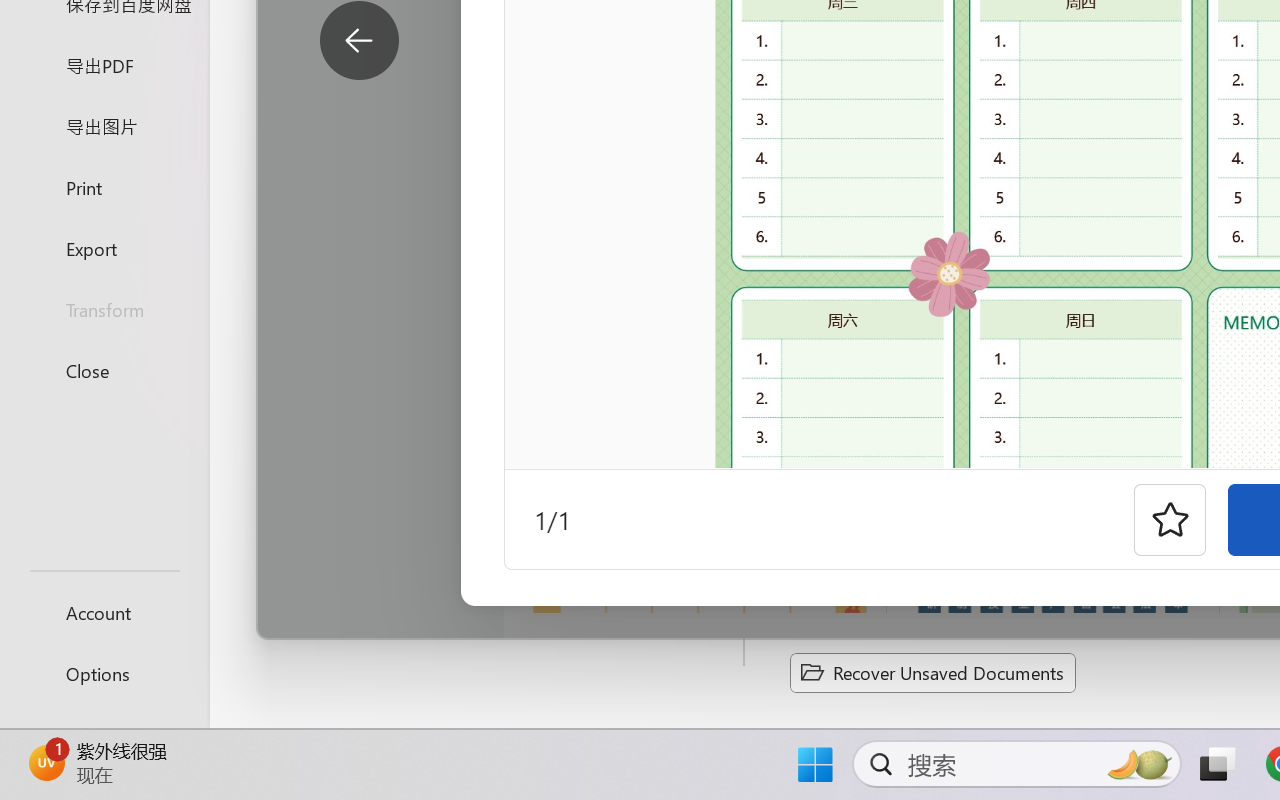 The image size is (1280, 800). What do you see at coordinates (103, 308) in the screenshot?
I see `'Transform'` at bounding box center [103, 308].